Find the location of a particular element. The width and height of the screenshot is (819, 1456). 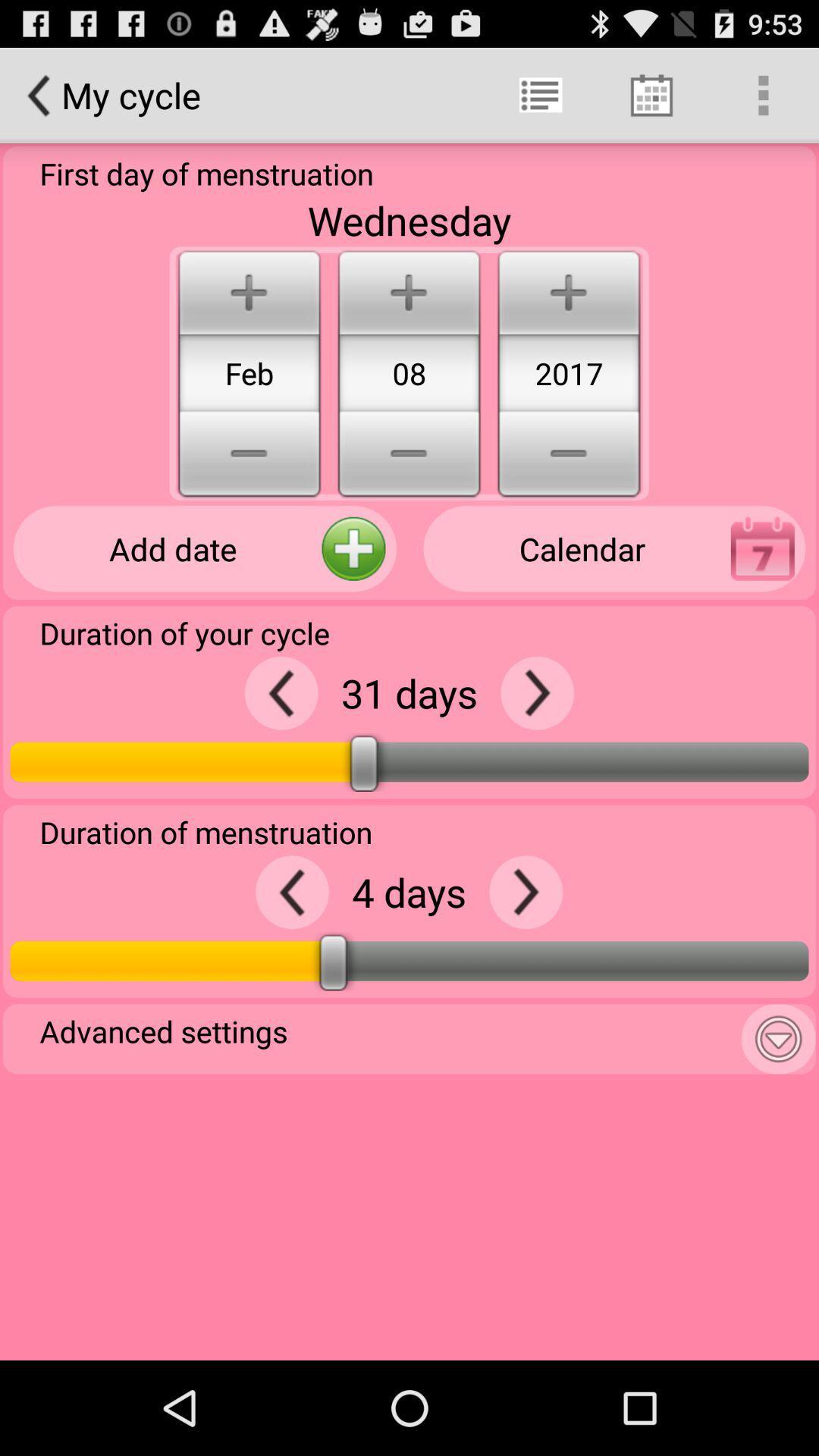

show advanced settings is located at coordinates (778, 1038).